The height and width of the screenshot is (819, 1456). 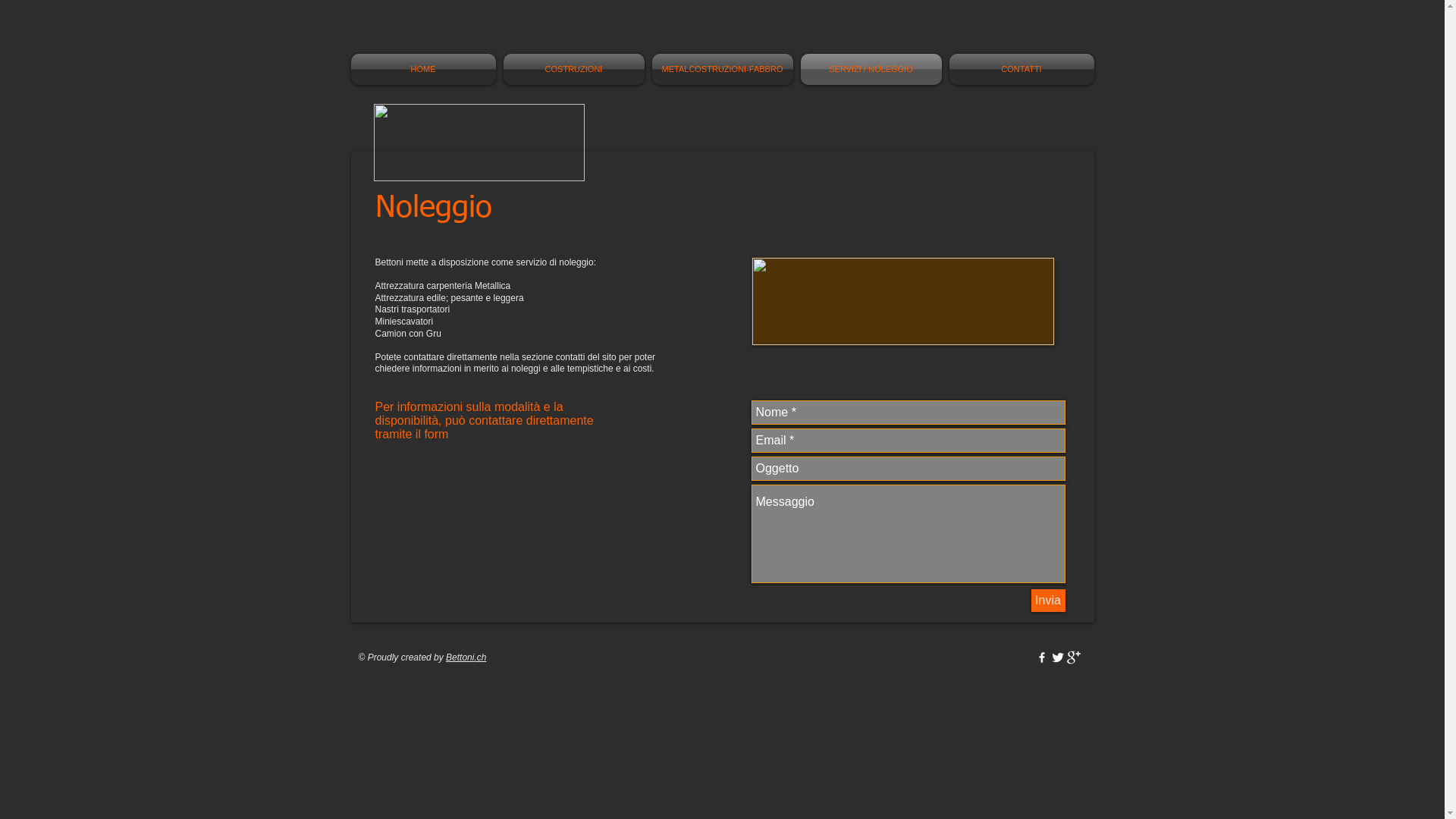 I want to click on 'COSTRUZIONI', so click(x=498, y=69).